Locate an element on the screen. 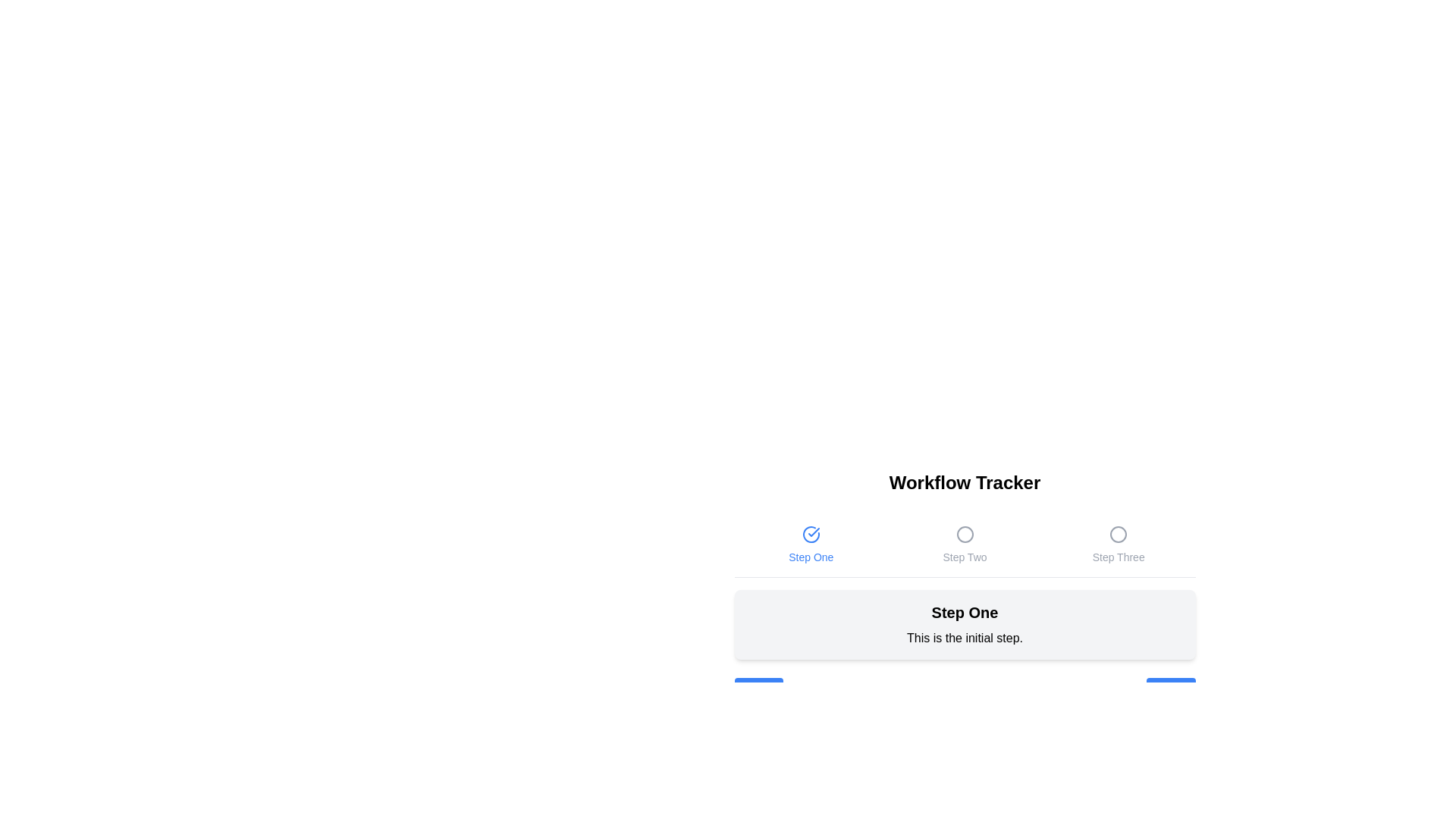  the 'Step Two' icon indicator, which is a circular outline without a fill, located in the sequence of three step indicators at the top section of the interface is located at coordinates (964, 534).